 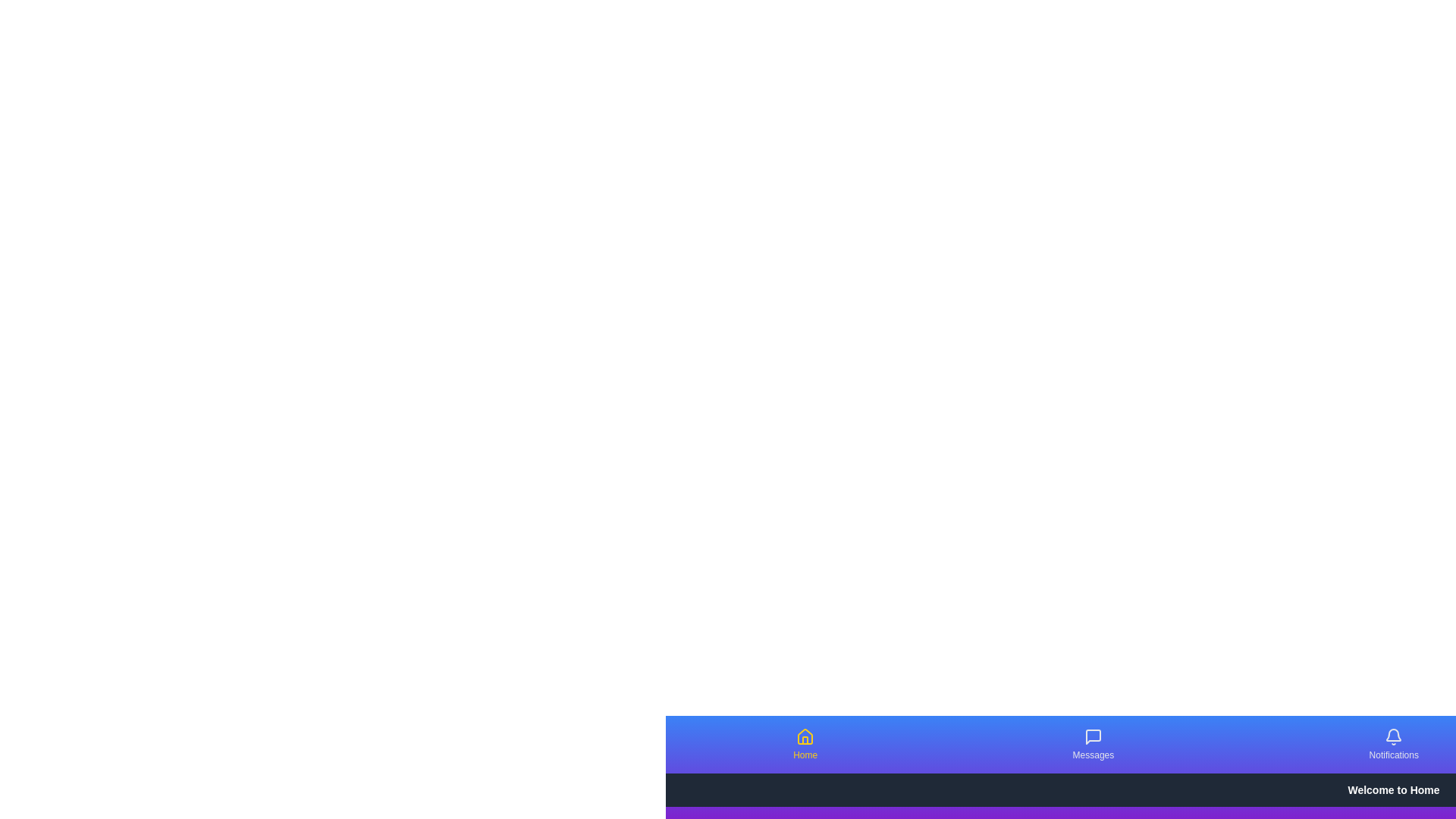 What do you see at coordinates (1092, 736) in the screenshot?
I see `the tab icon labeled Messages` at bounding box center [1092, 736].